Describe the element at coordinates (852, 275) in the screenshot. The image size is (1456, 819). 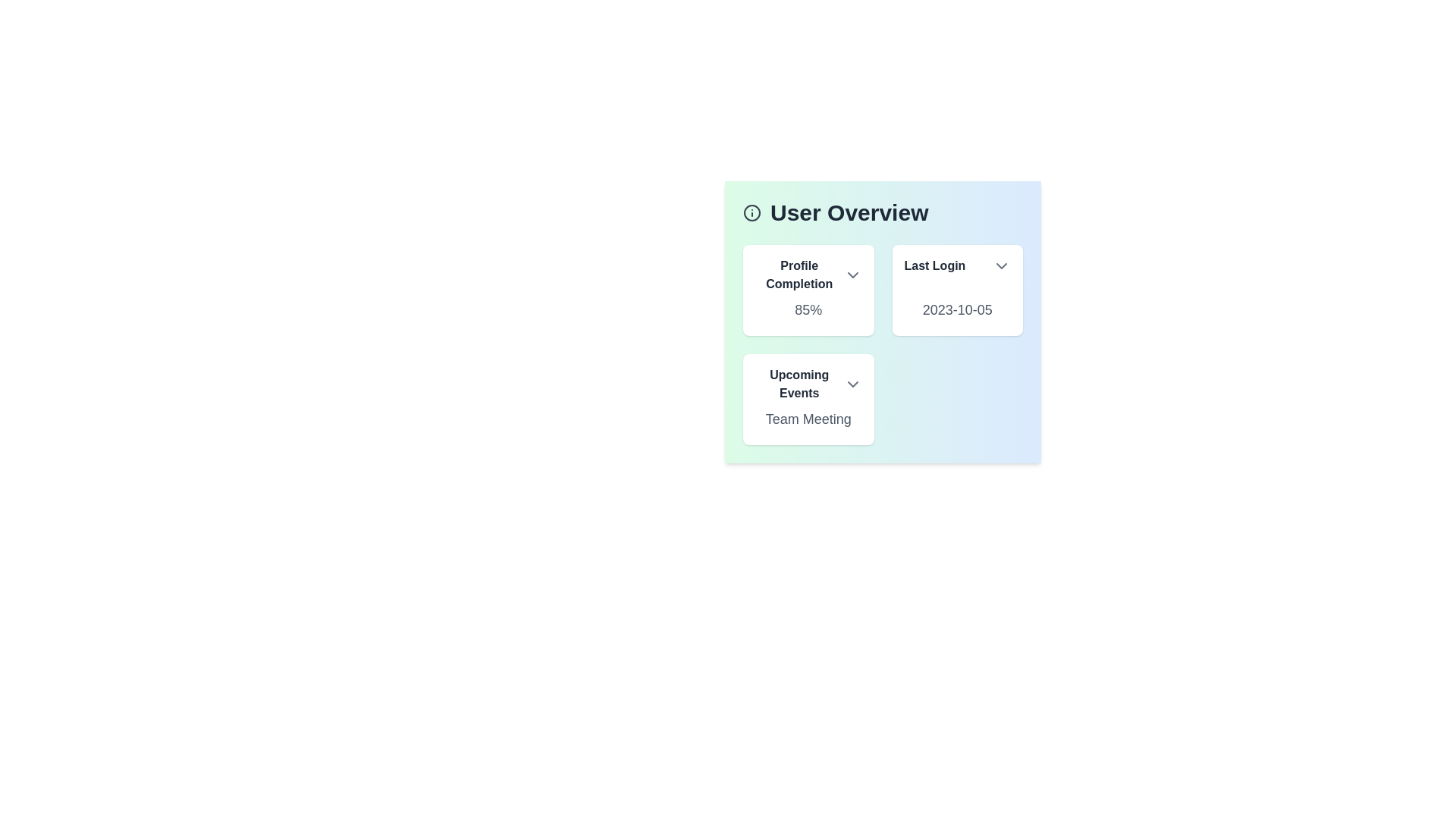
I see `the dropdown toggle icon located to the right of the 'Profile Completion' text` at that location.